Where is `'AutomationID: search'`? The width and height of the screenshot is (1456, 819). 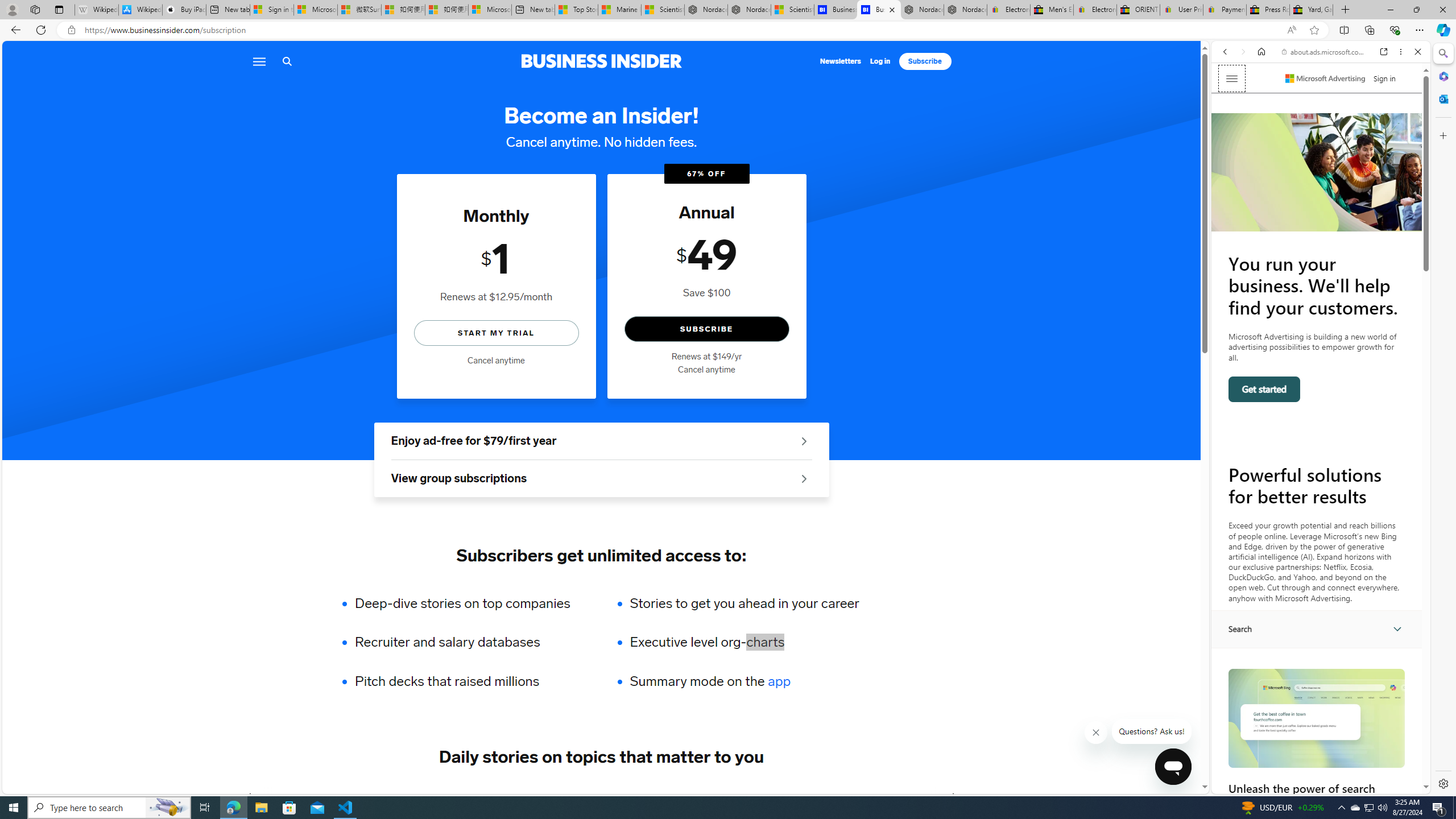
'AutomationID: search' is located at coordinates (1317, 628).